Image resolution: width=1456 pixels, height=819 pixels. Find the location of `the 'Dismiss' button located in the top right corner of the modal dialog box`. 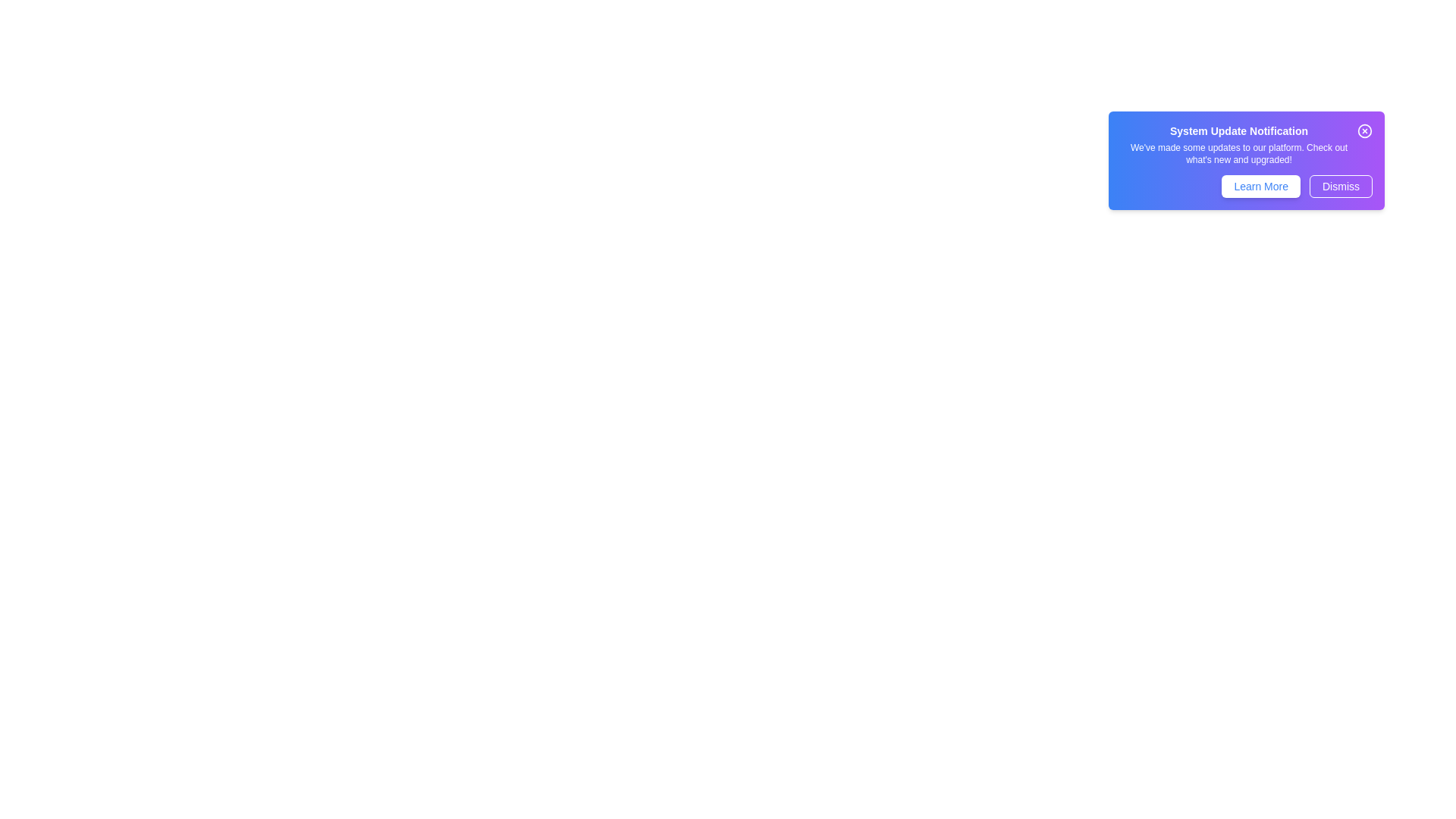

the 'Dismiss' button located in the top right corner of the modal dialog box is located at coordinates (1341, 186).